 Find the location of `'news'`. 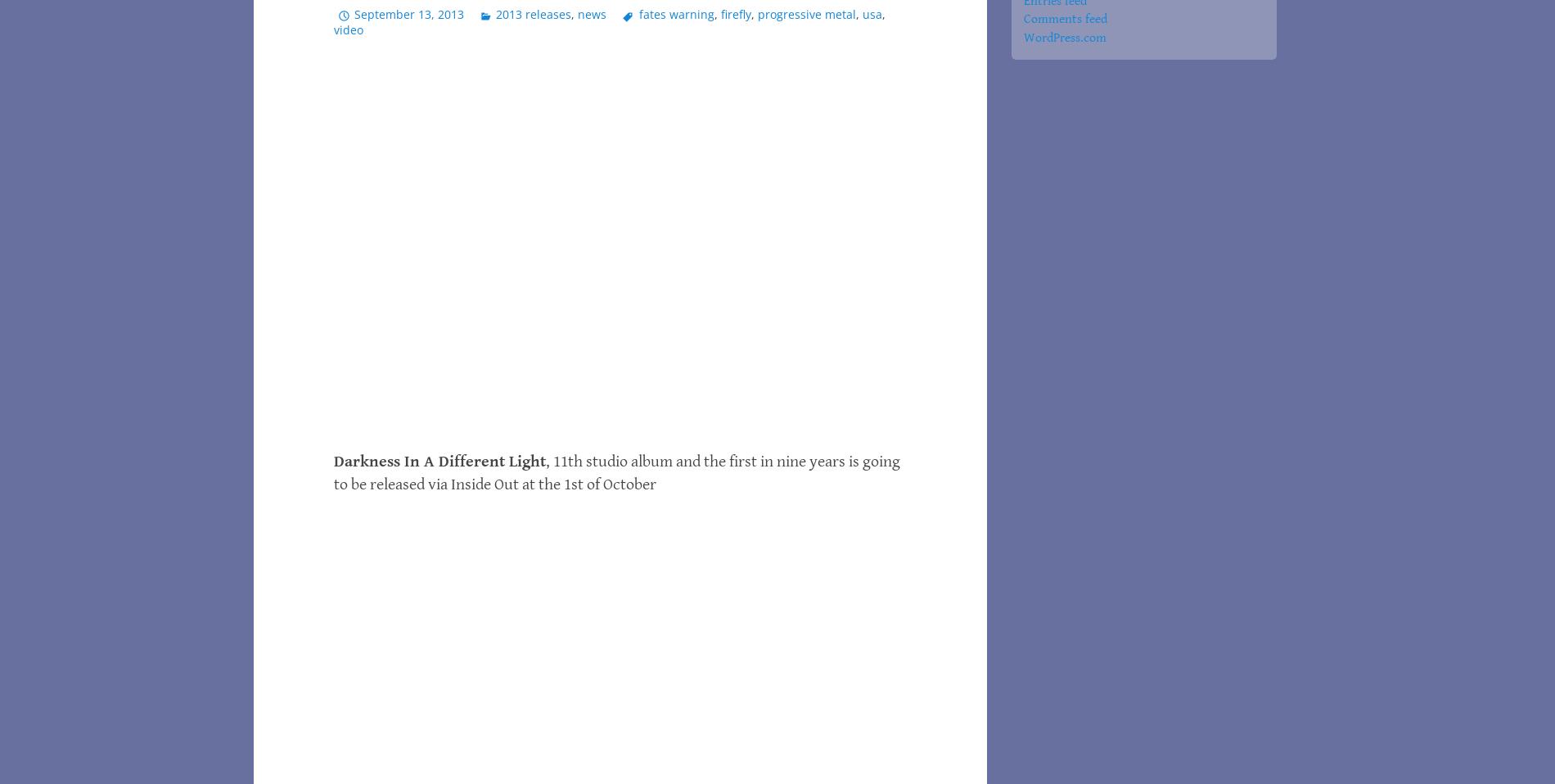

'news' is located at coordinates (591, 12).